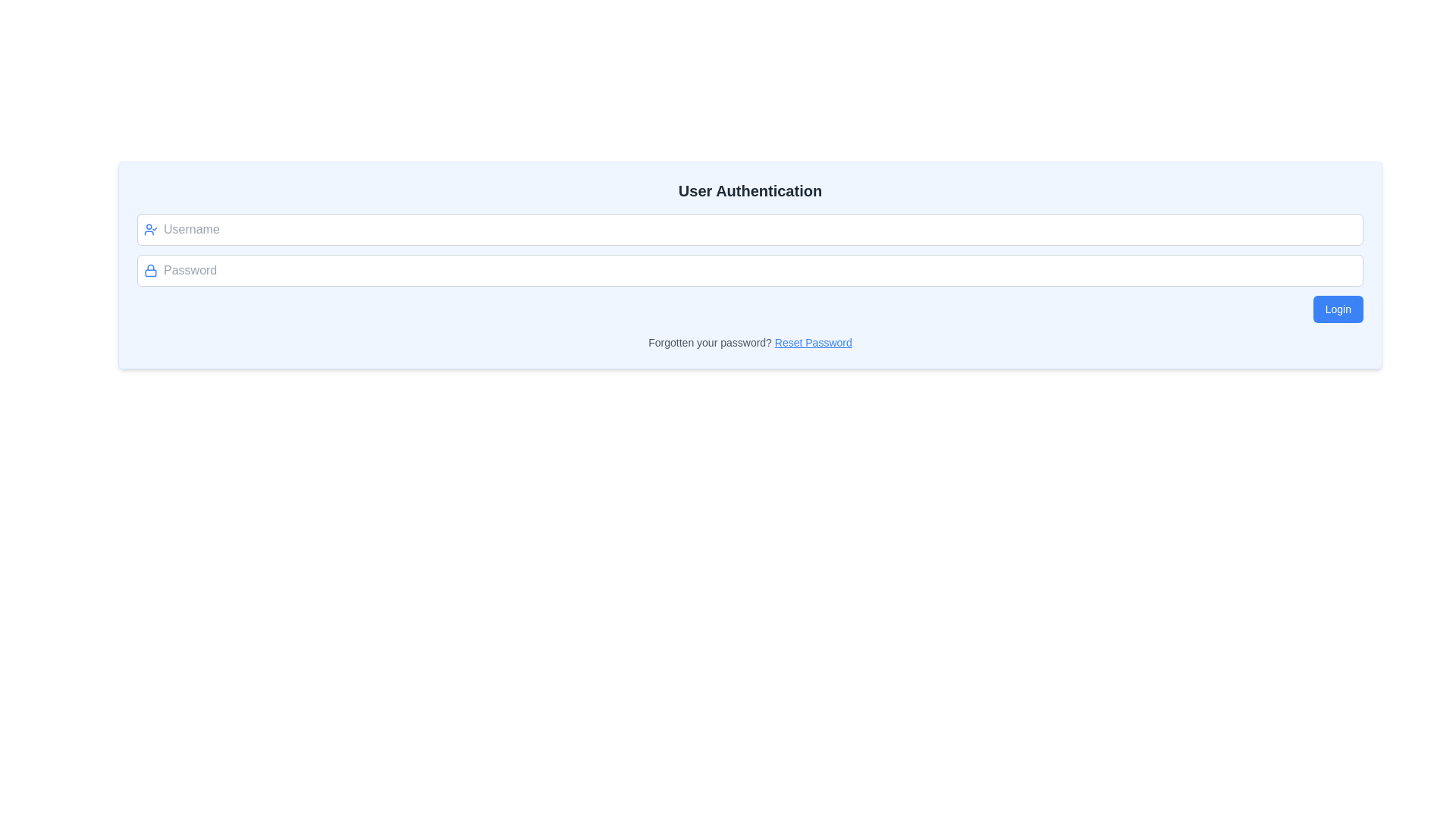 This screenshot has height=819, width=1456. I want to click on the hyperlink that allows users, so click(812, 342).